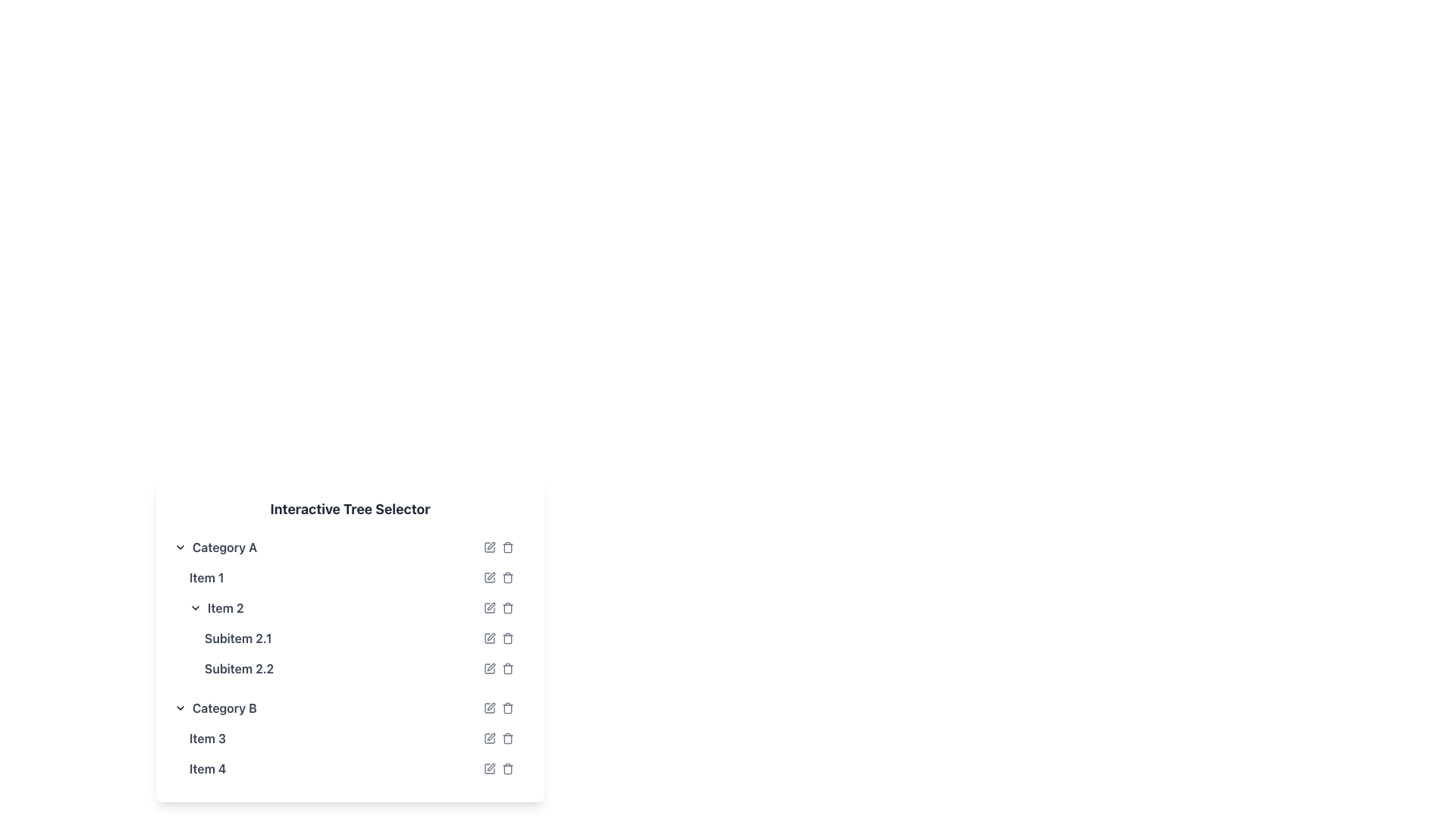 This screenshot has width=1456, height=819. Describe the element at coordinates (498, 668) in the screenshot. I see `the edit or delete icon pair located to the right of the 'Subitem 2.2' entry under the 'Item 2' section in the hierarchical tree view to emphasize it` at that location.